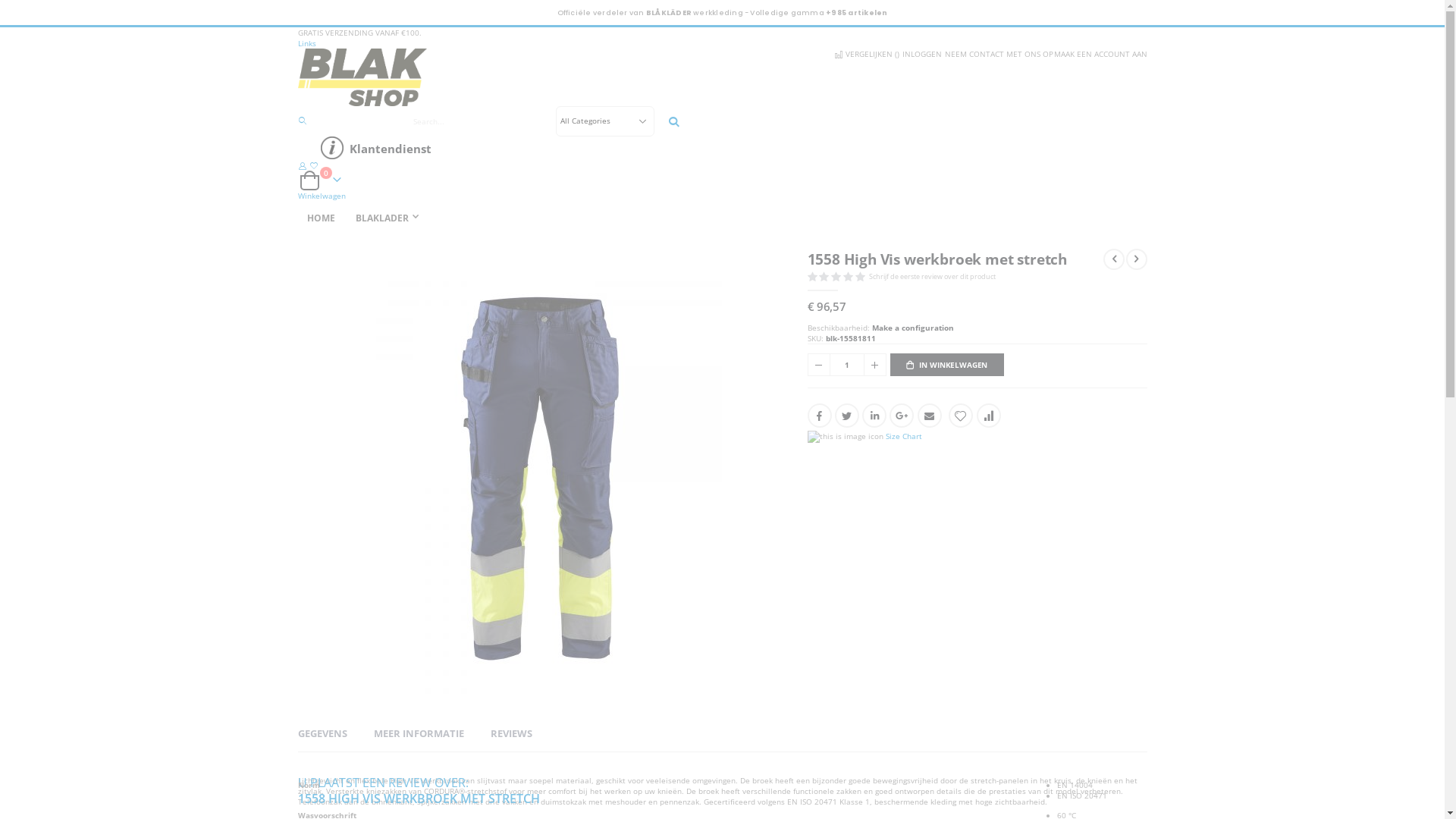 The width and height of the screenshot is (1456, 819). I want to click on 'VERGELIJKEN ()', so click(865, 52).